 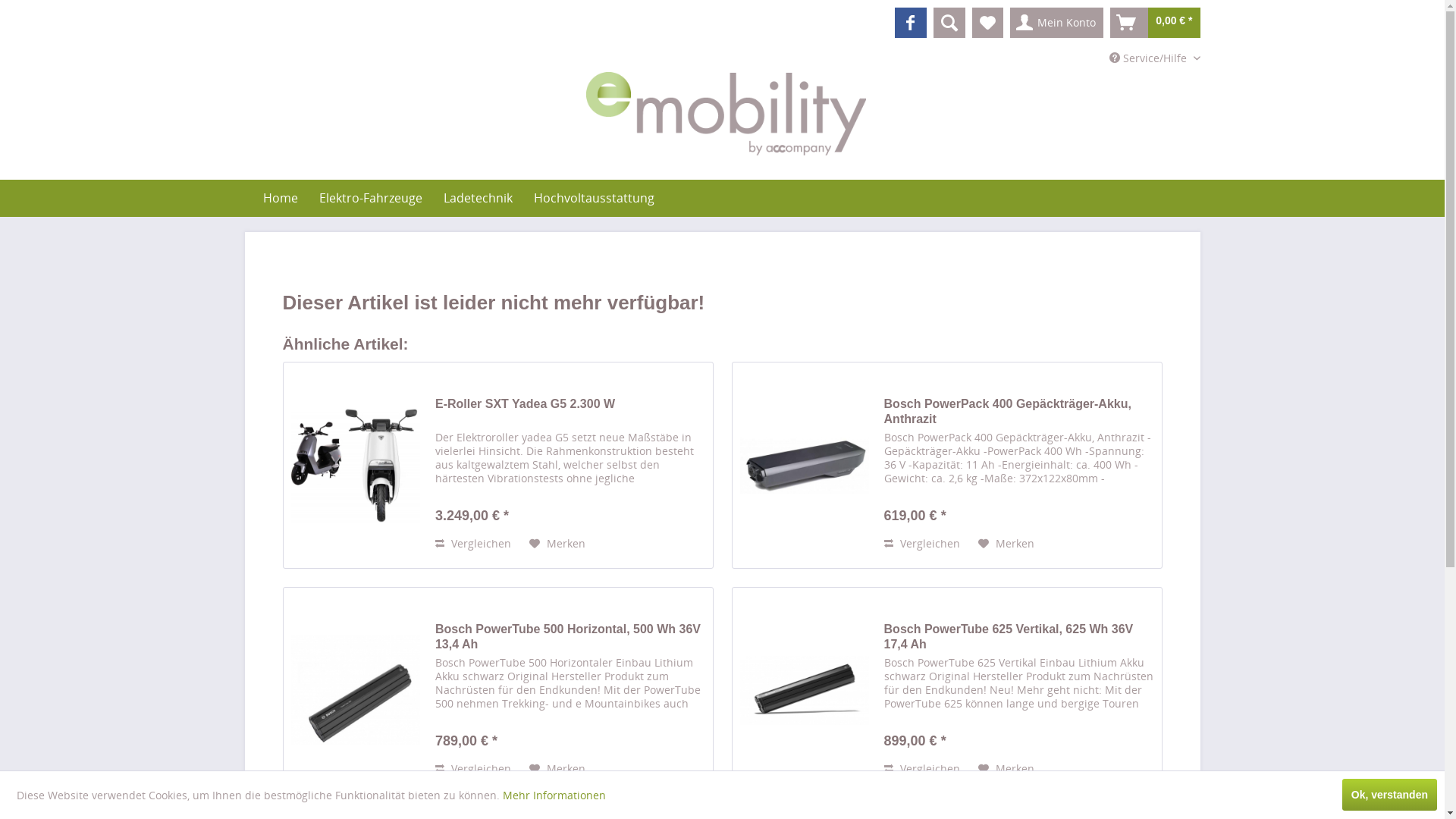 I want to click on 'Bosch PowerTube 625 Vertikal, 625 Wh 36V 17,4 Ah', so click(x=1019, y=637).